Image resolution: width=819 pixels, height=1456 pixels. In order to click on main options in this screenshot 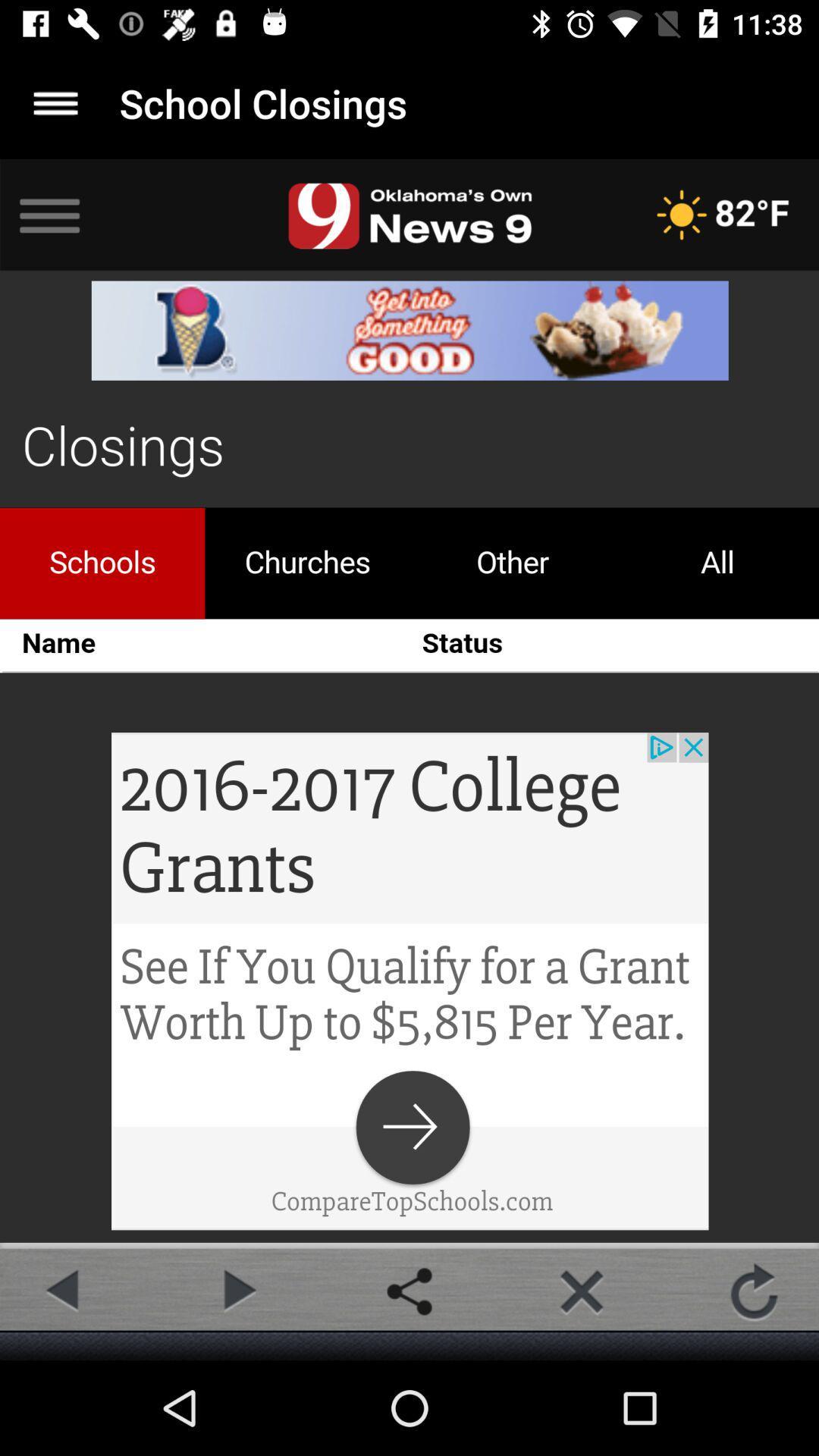, I will do `click(55, 102)`.